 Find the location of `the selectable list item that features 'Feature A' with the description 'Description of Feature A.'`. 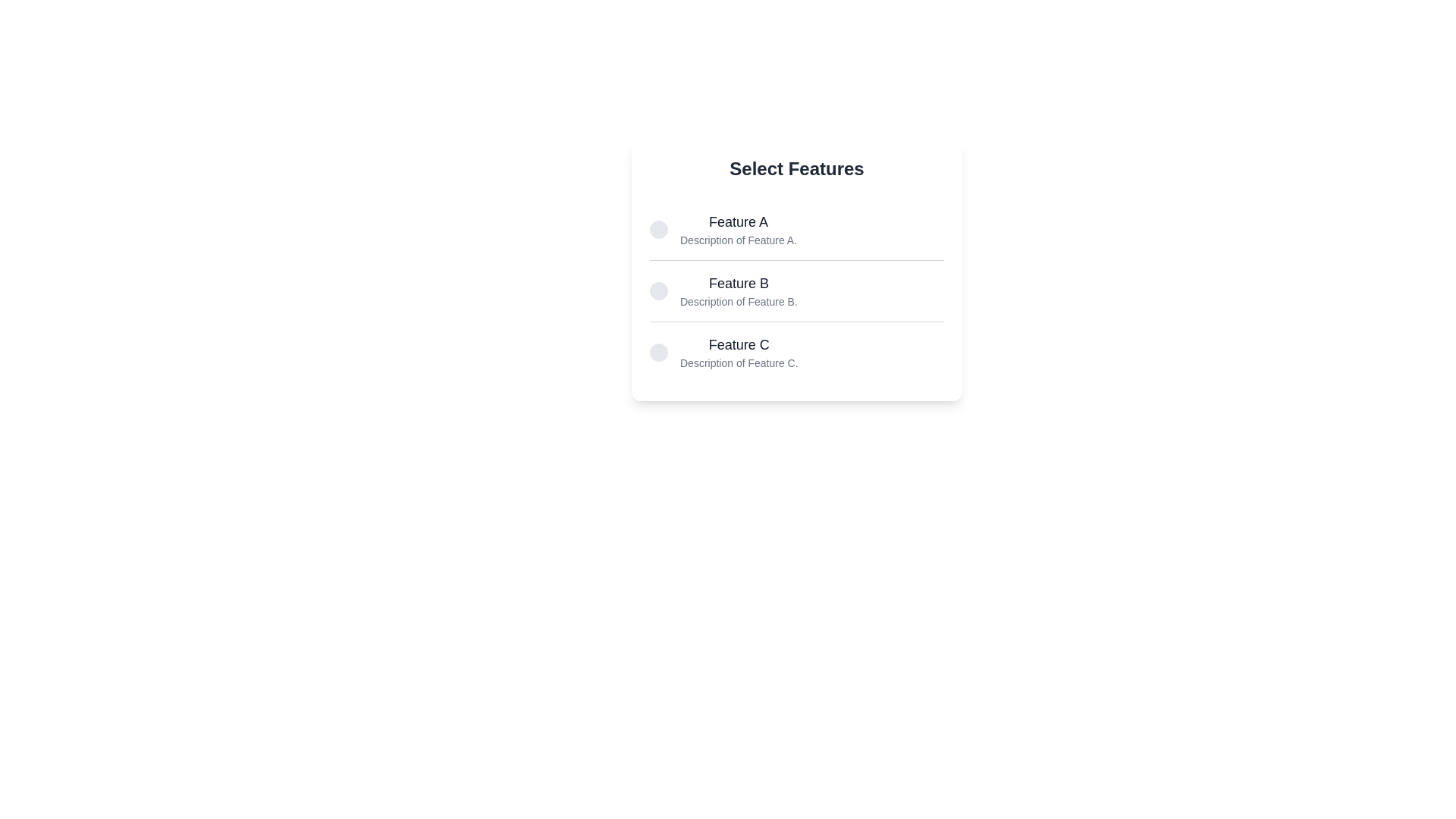

the selectable list item that features 'Feature A' with the description 'Description of Feature A.' is located at coordinates (723, 230).